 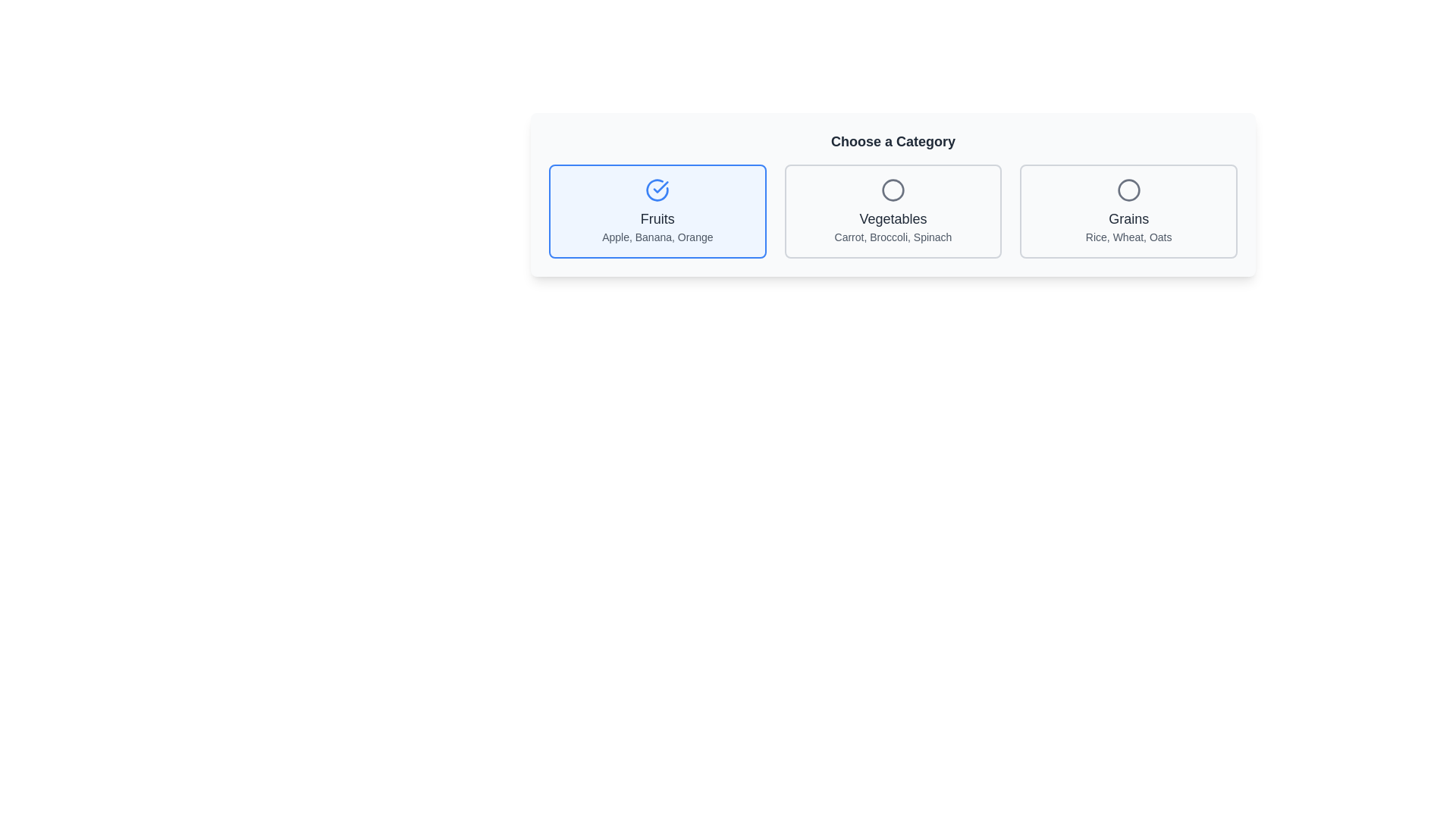 What do you see at coordinates (657, 189) in the screenshot?
I see `styling of the selection indicator icon located in the upper central section of the 'Fruits' card, which visually confirms that the 'Fruits' category is selected` at bounding box center [657, 189].